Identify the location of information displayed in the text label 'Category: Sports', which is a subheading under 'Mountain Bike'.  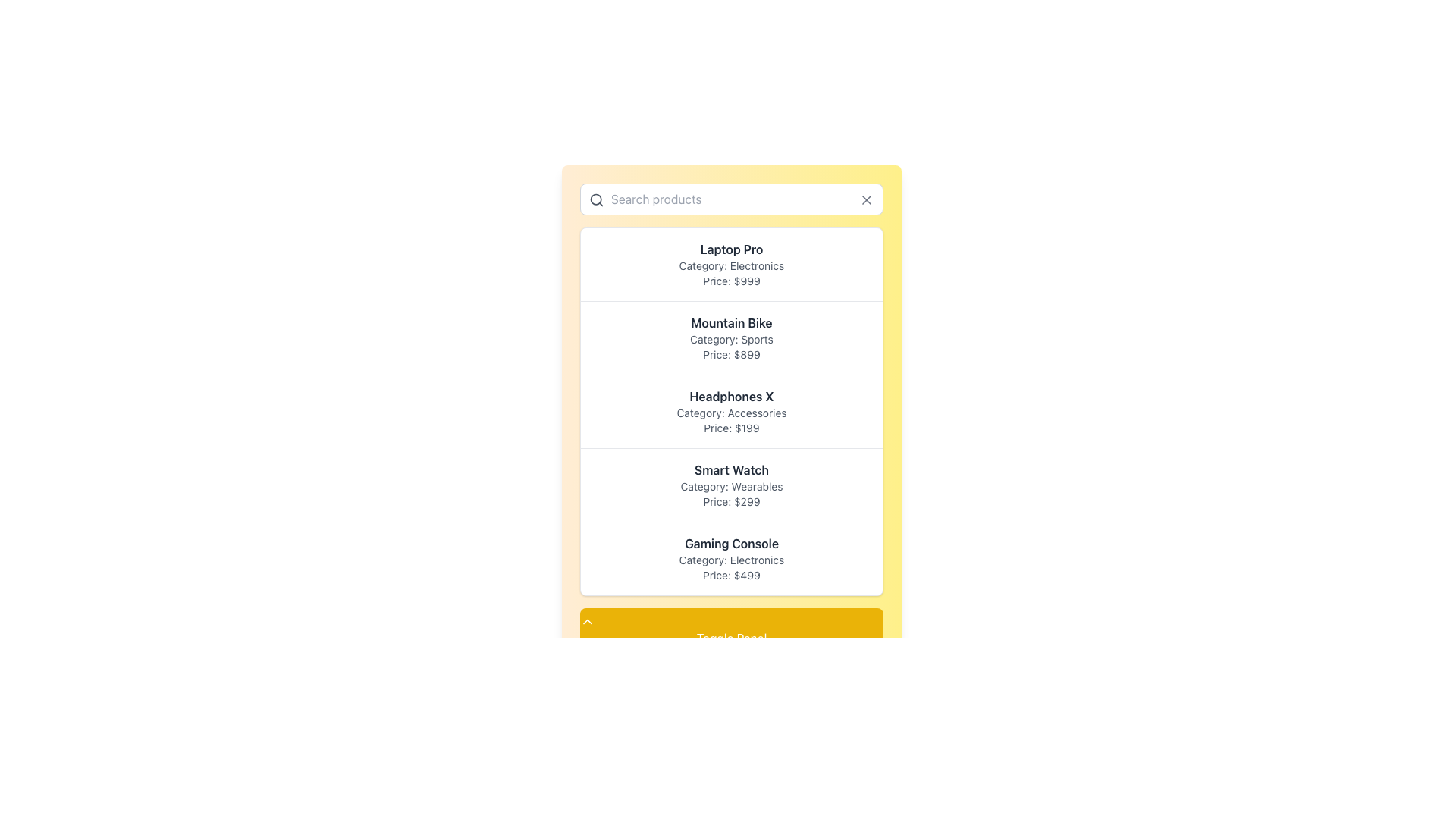
(731, 338).